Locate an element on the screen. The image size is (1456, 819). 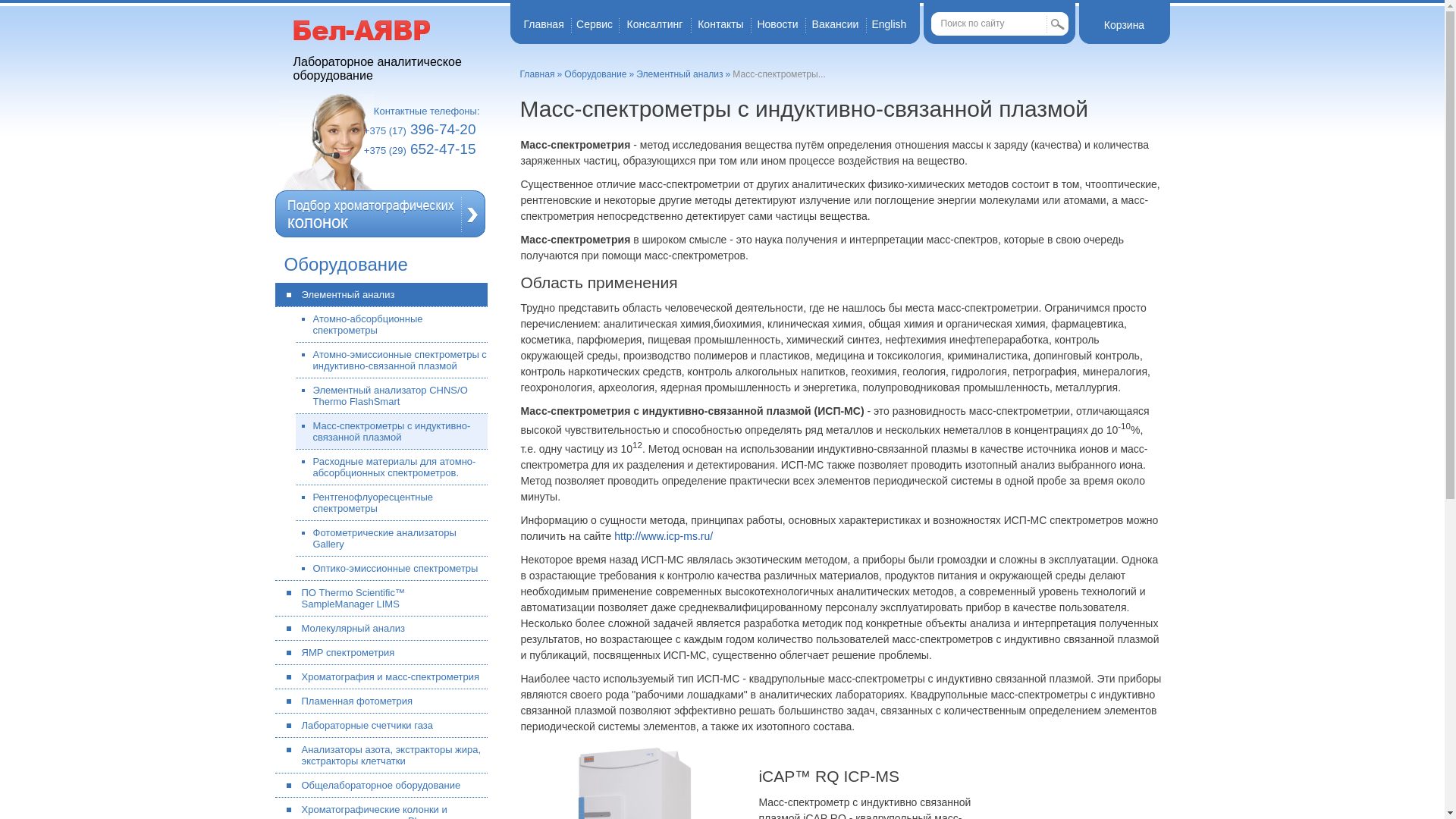
'http://www.icp-ms.ru/' is located at coordinates (663, 535).